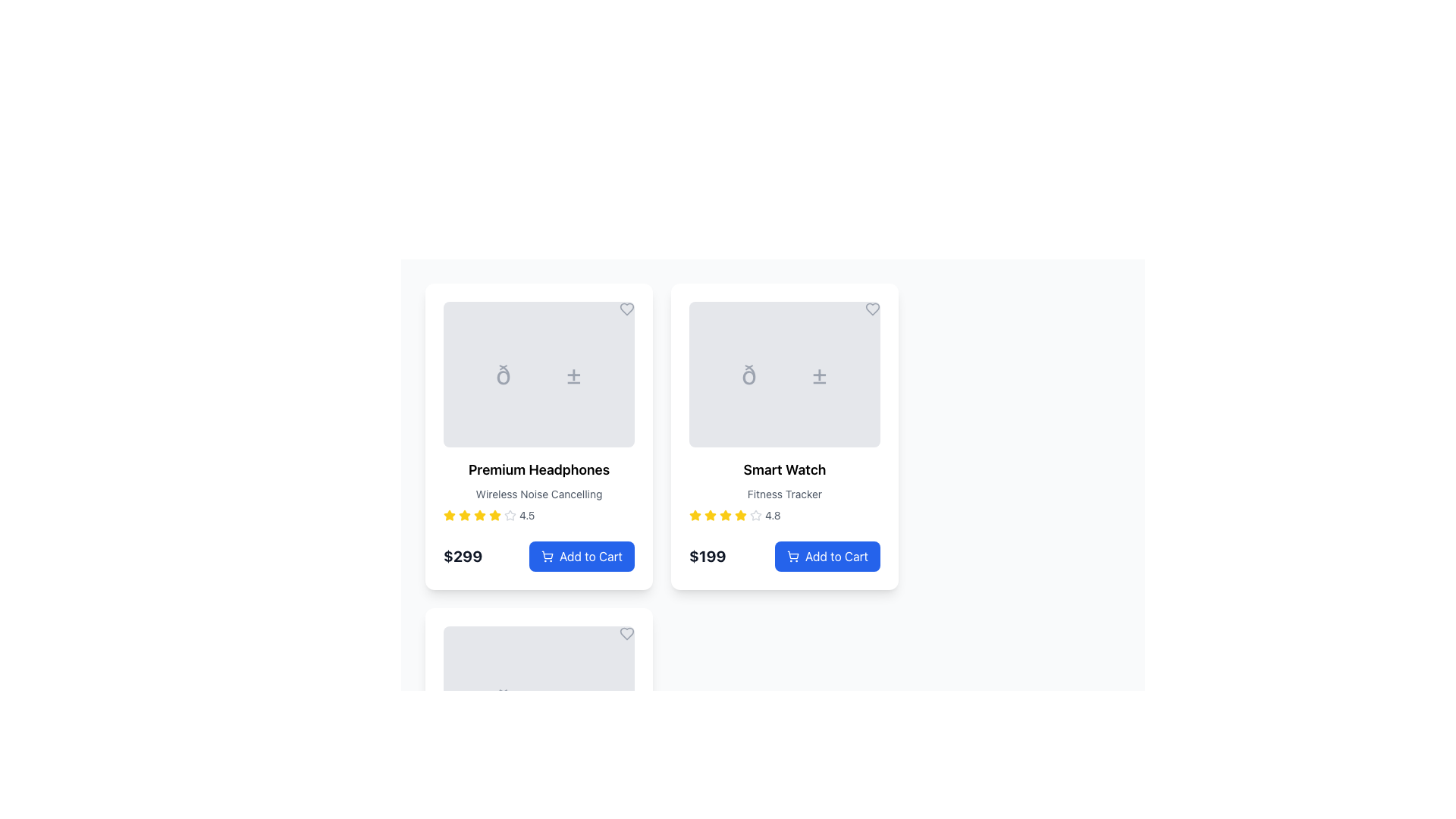  Describe the element at coordinates (694, 514) in the screenshot. I see `the yellow star-shaped icon, which is the middle star in the horizontal row of five stars in the rating section of the 'Smart Watch' product card` at that location.